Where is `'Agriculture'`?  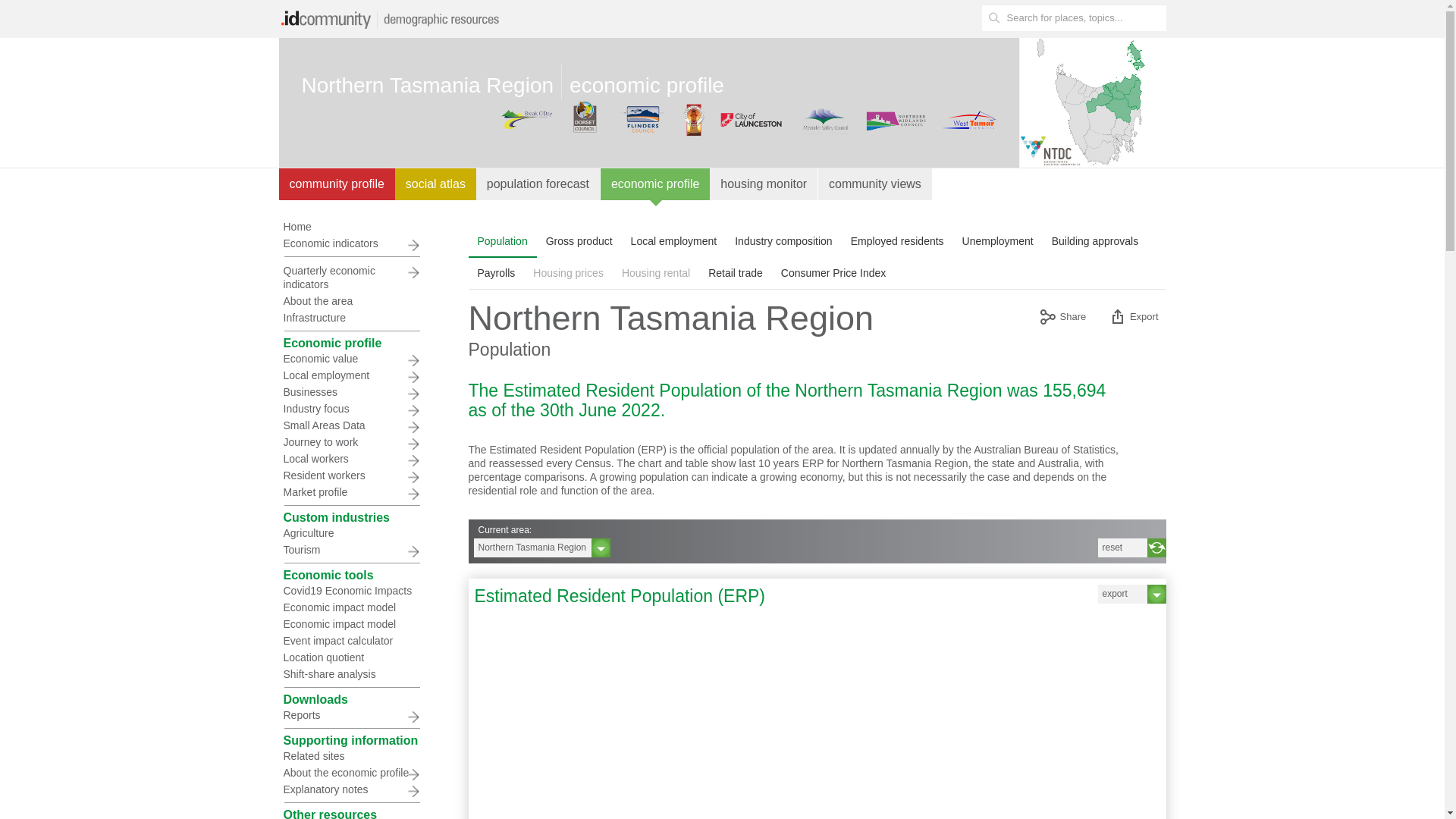
'Agriculture' is located at coordinates (350, 532).